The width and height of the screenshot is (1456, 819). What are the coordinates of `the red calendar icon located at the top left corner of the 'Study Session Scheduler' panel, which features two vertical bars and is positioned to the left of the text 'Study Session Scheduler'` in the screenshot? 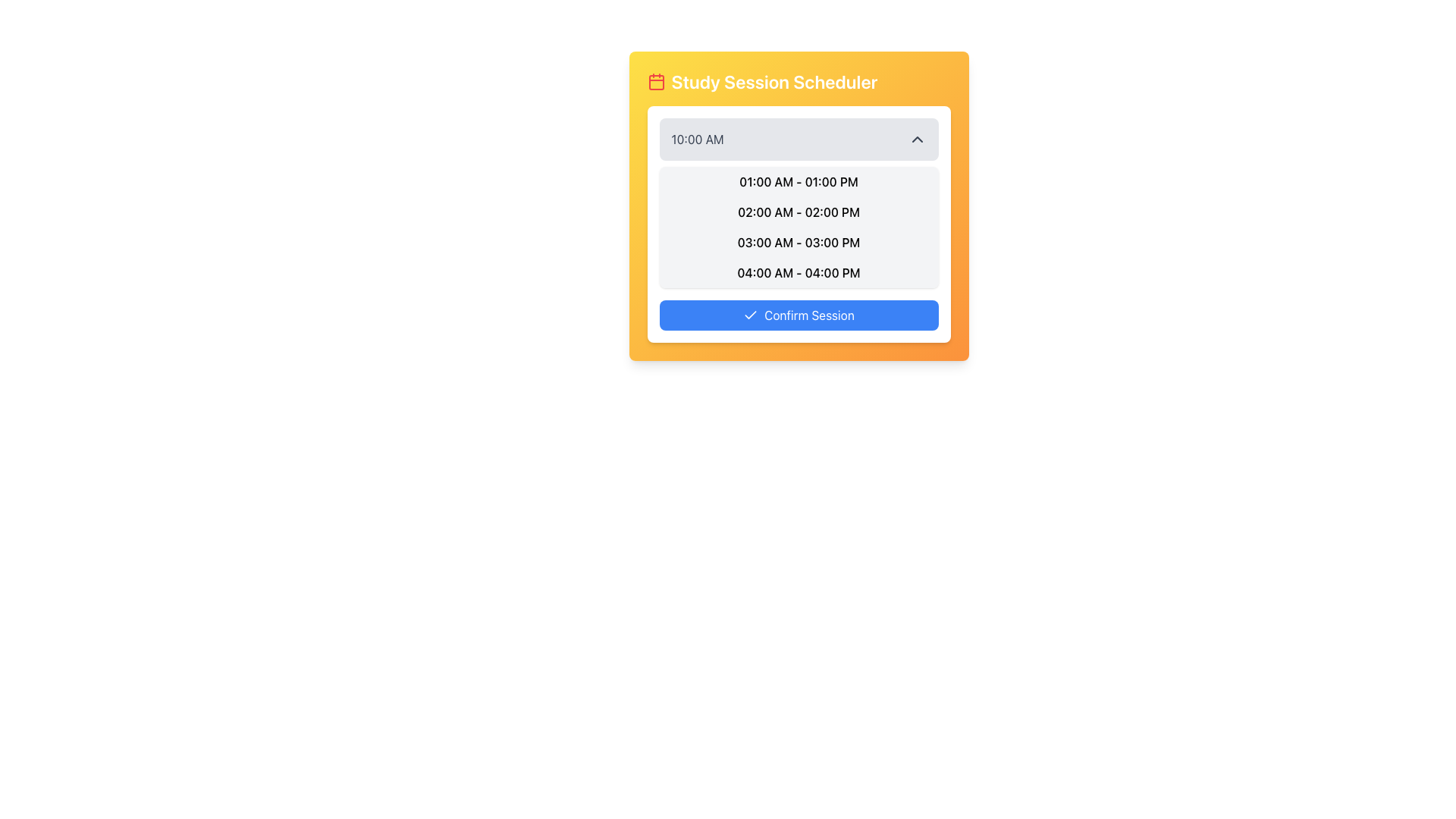 It's located at (656, 82).